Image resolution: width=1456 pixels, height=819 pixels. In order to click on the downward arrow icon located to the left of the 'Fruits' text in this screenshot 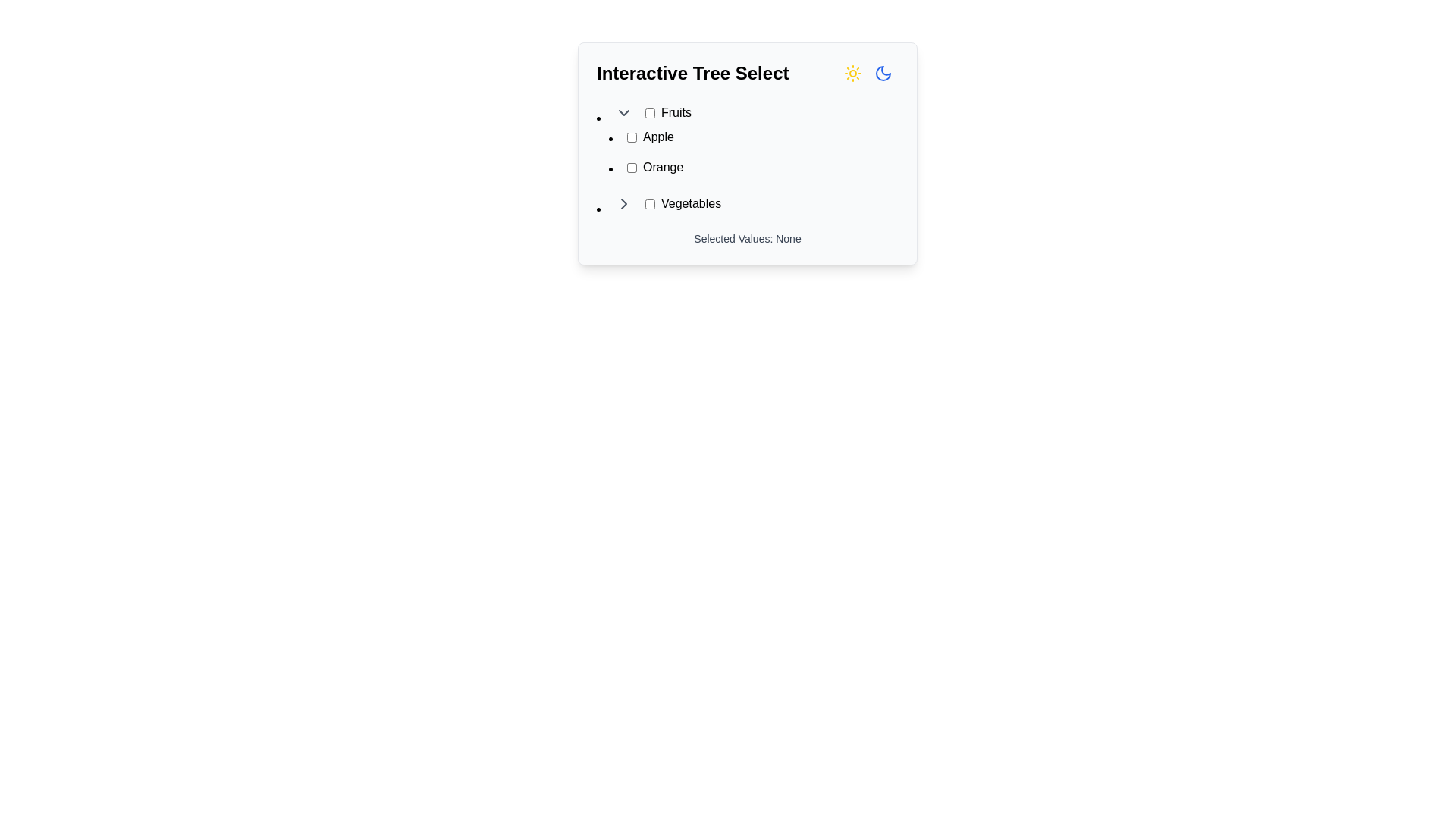, I will do `click(623, 112)`.